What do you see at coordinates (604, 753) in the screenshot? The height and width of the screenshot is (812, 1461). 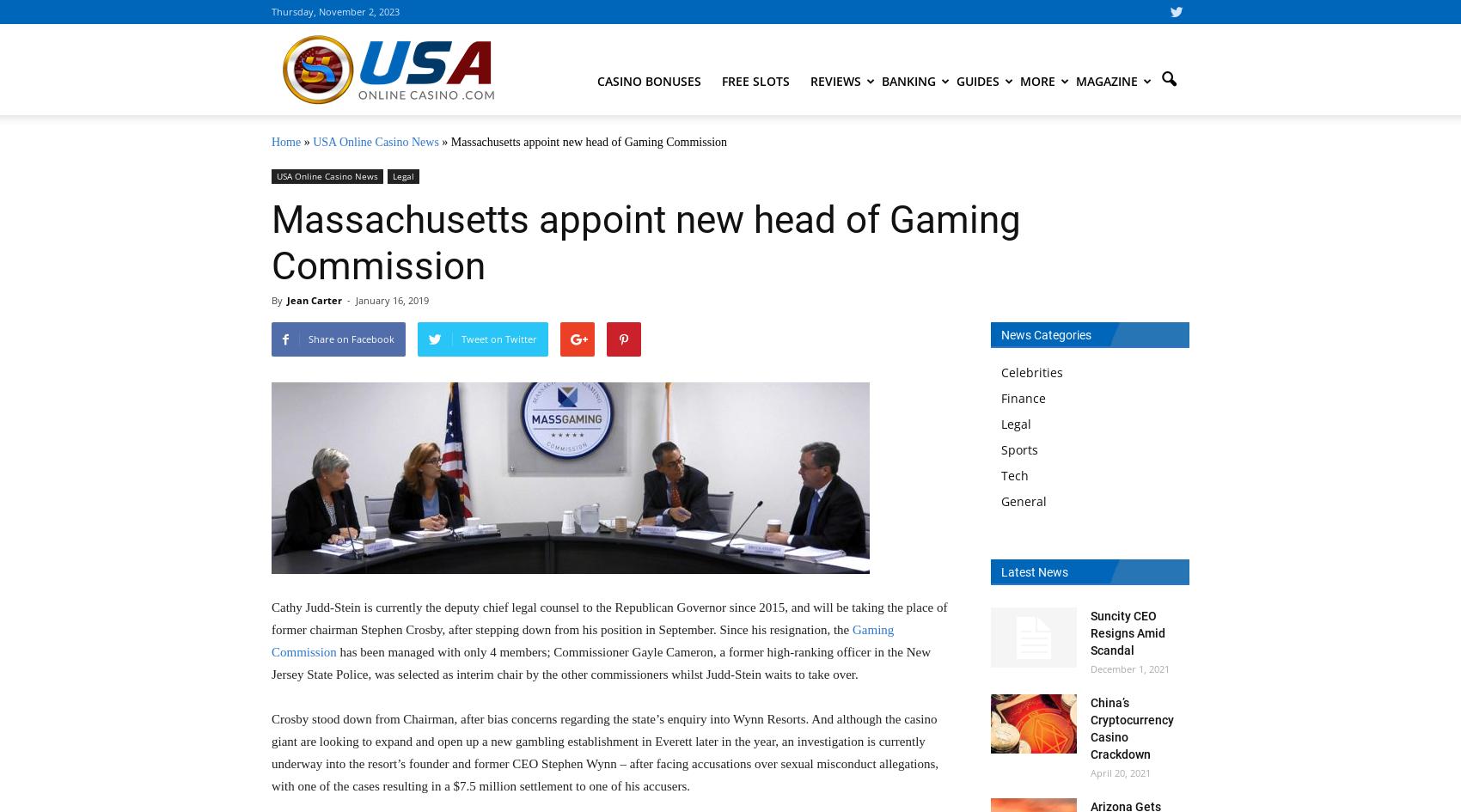 I see `'Crosby stood down from Chairman, after bias concerns regarding the state’s enquiry into Wynn Resorts. And although the casino giant are looking to expand and open up a new gambling establishment in Everett later in the year, an investigation is currently underway into the resort’s founder and former CEO Stephen Wynn – after facing accusations over sexual misconduct allegations, with one of the cases resulting in a $7.5 million settlement to one of his accusers.'` at bounding box center [604, 753].